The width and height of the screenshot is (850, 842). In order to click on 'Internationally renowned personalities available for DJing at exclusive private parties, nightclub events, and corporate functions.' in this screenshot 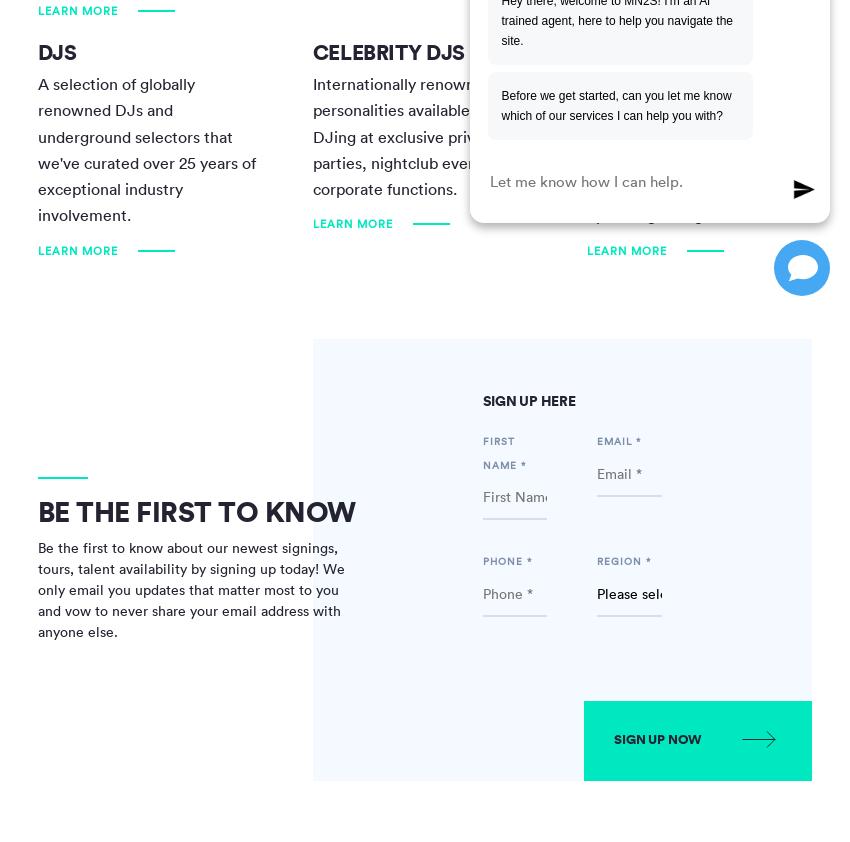, I will do `click(418, 135)`.